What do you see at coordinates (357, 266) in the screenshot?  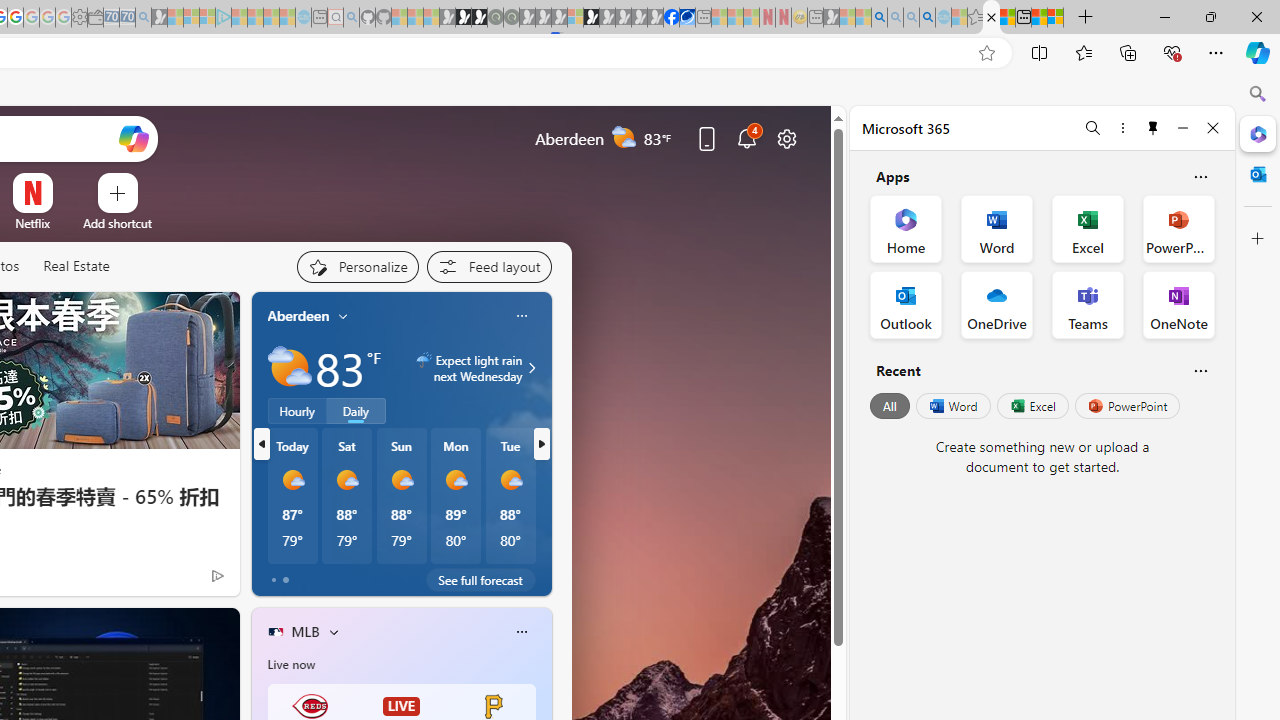 I see `'Personalize your feed"'` at bounding box center [357, 266].